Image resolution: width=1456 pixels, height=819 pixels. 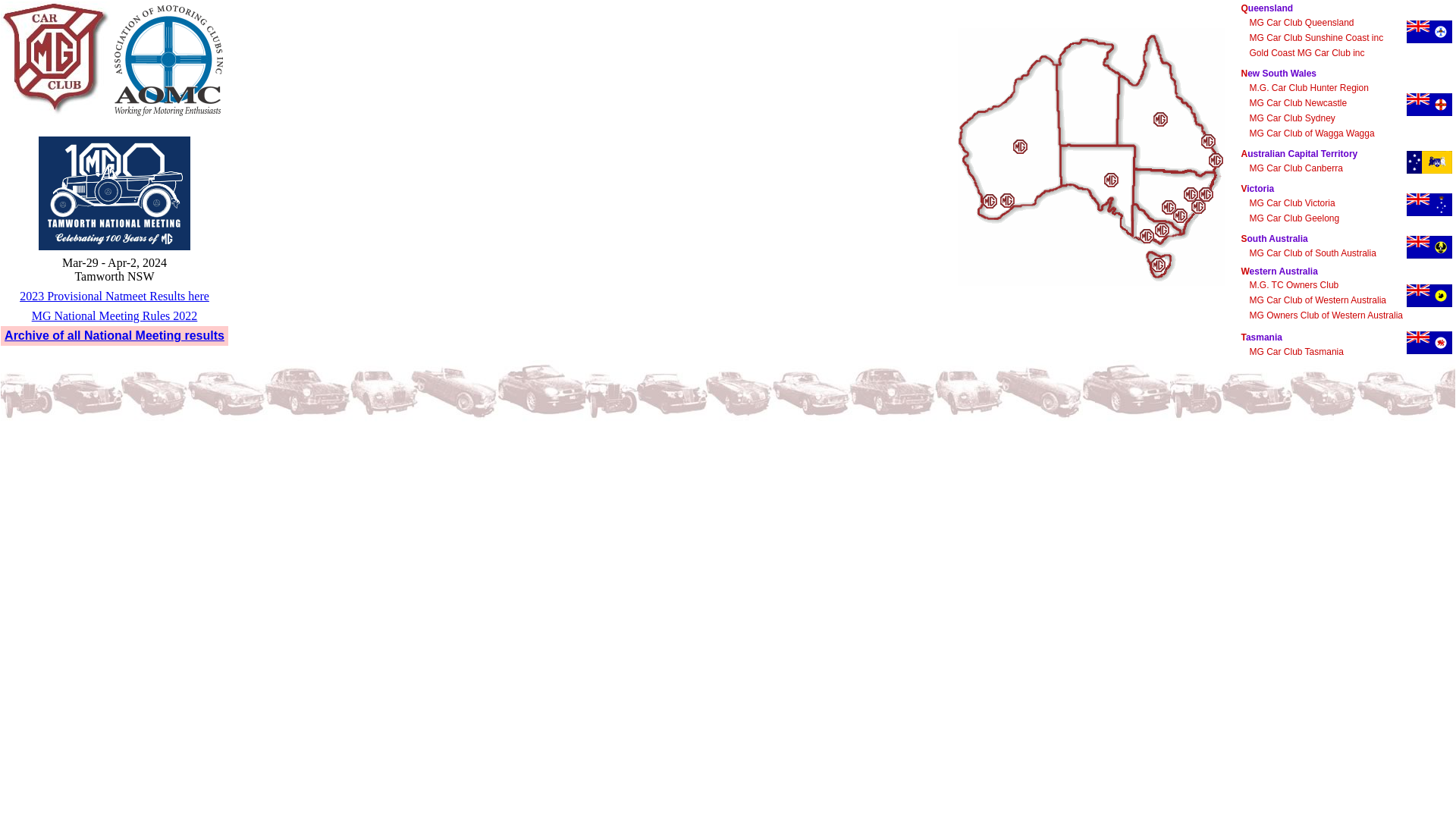 What do you see at coordinates (1291, 117) in the screenshot?
I see `'MG Car Club Sydney'` at bounding box center [1291, 117].